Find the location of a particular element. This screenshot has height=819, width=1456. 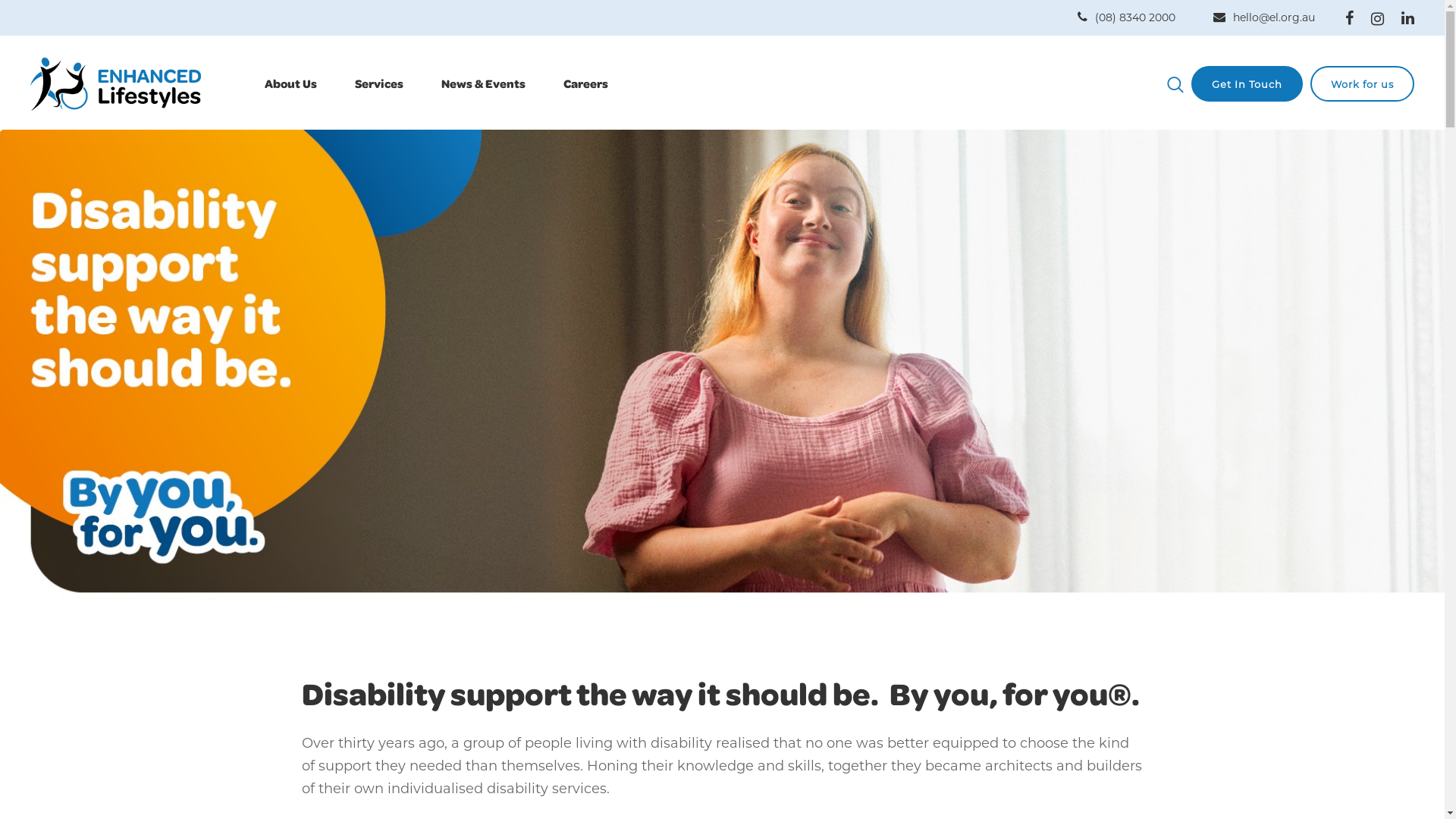

'Click here to search' is located at coordinates (1175, 84).